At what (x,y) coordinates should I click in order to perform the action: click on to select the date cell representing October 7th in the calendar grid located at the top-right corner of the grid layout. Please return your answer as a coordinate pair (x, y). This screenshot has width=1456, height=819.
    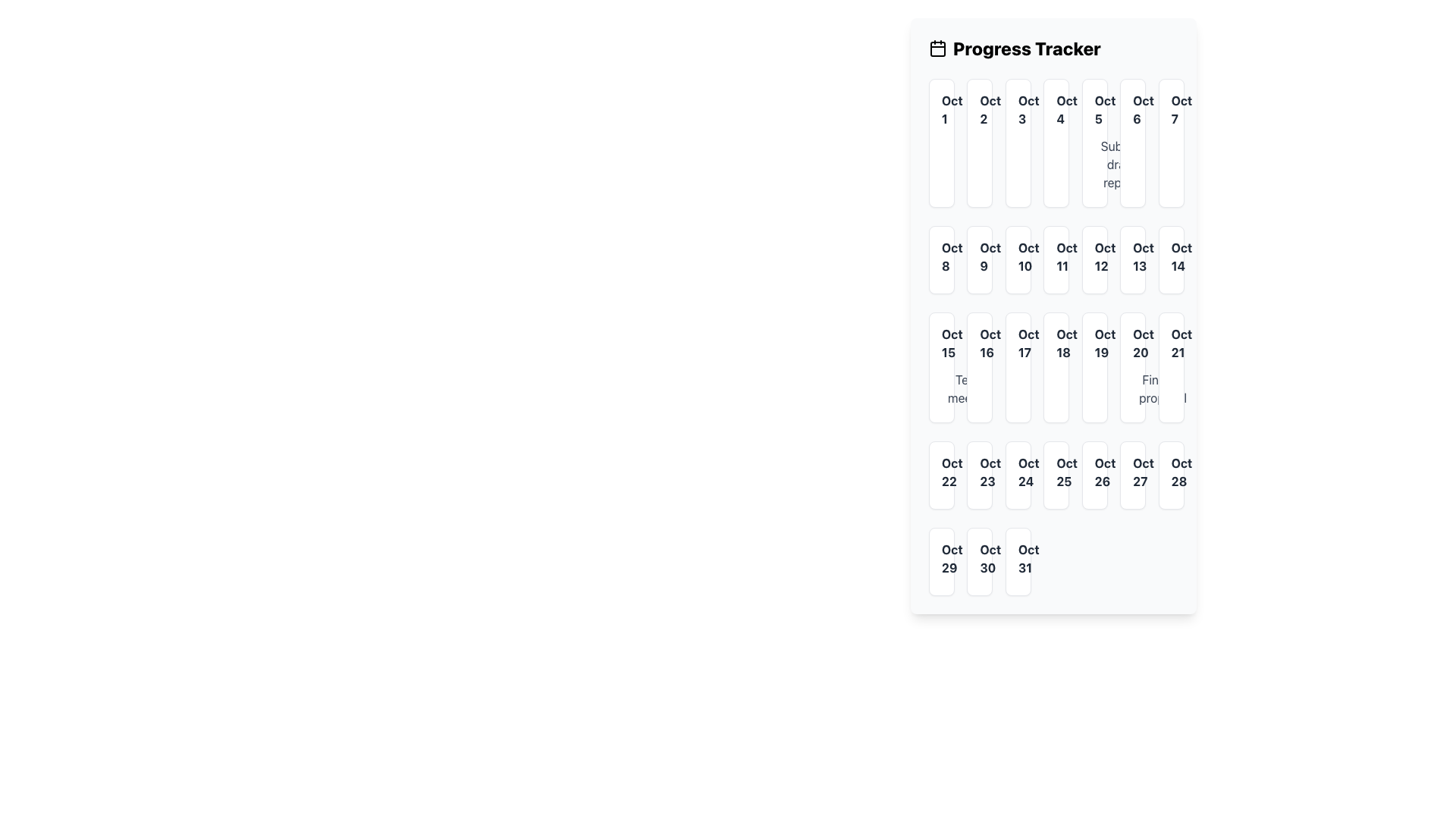
    Looking at the image, I should click on (1170, 143).